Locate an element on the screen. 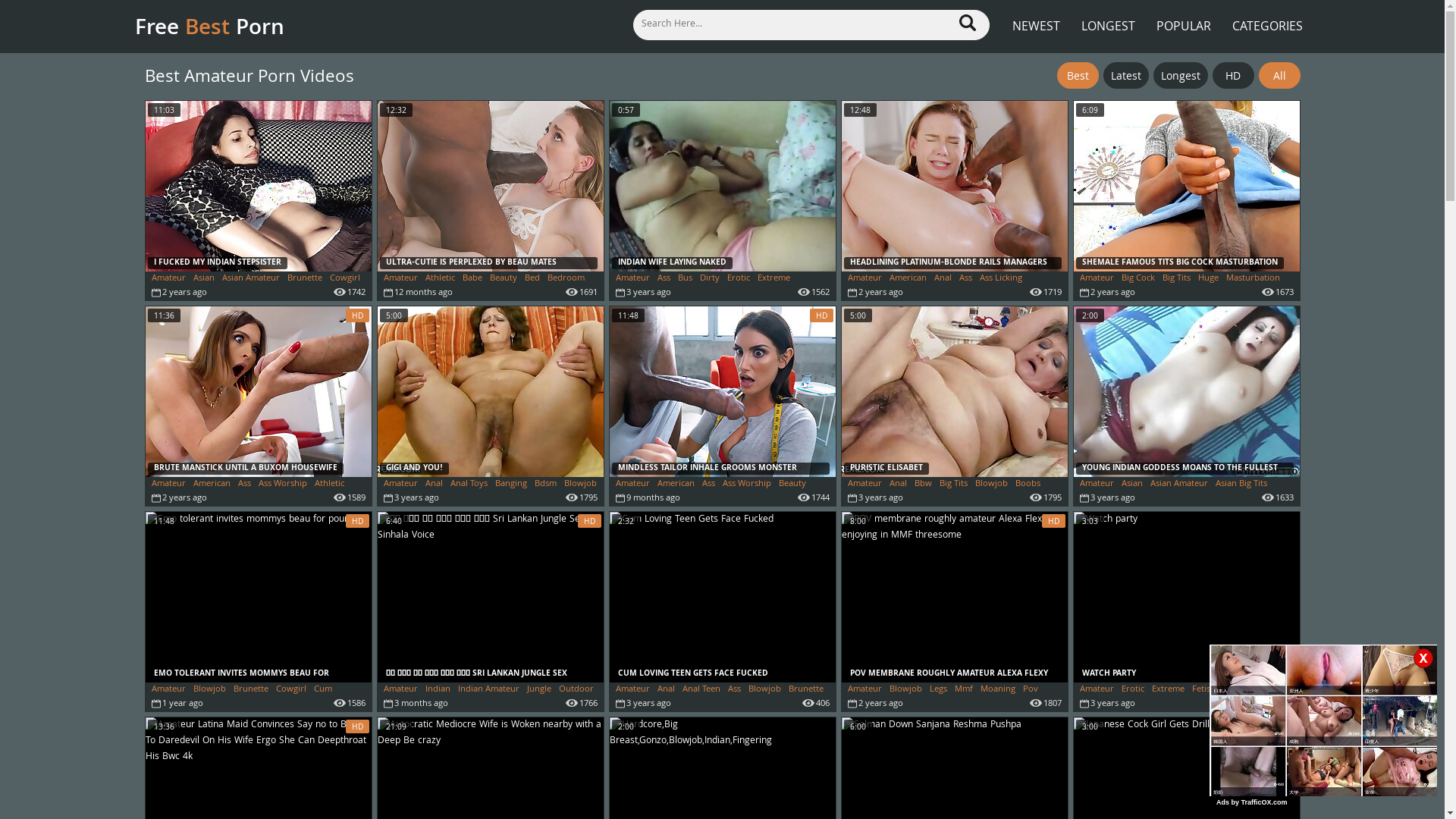 Image resolution: width=1456 pixels, height=819 pixels. 'Blowjob' is located at coordinates (579, 484).